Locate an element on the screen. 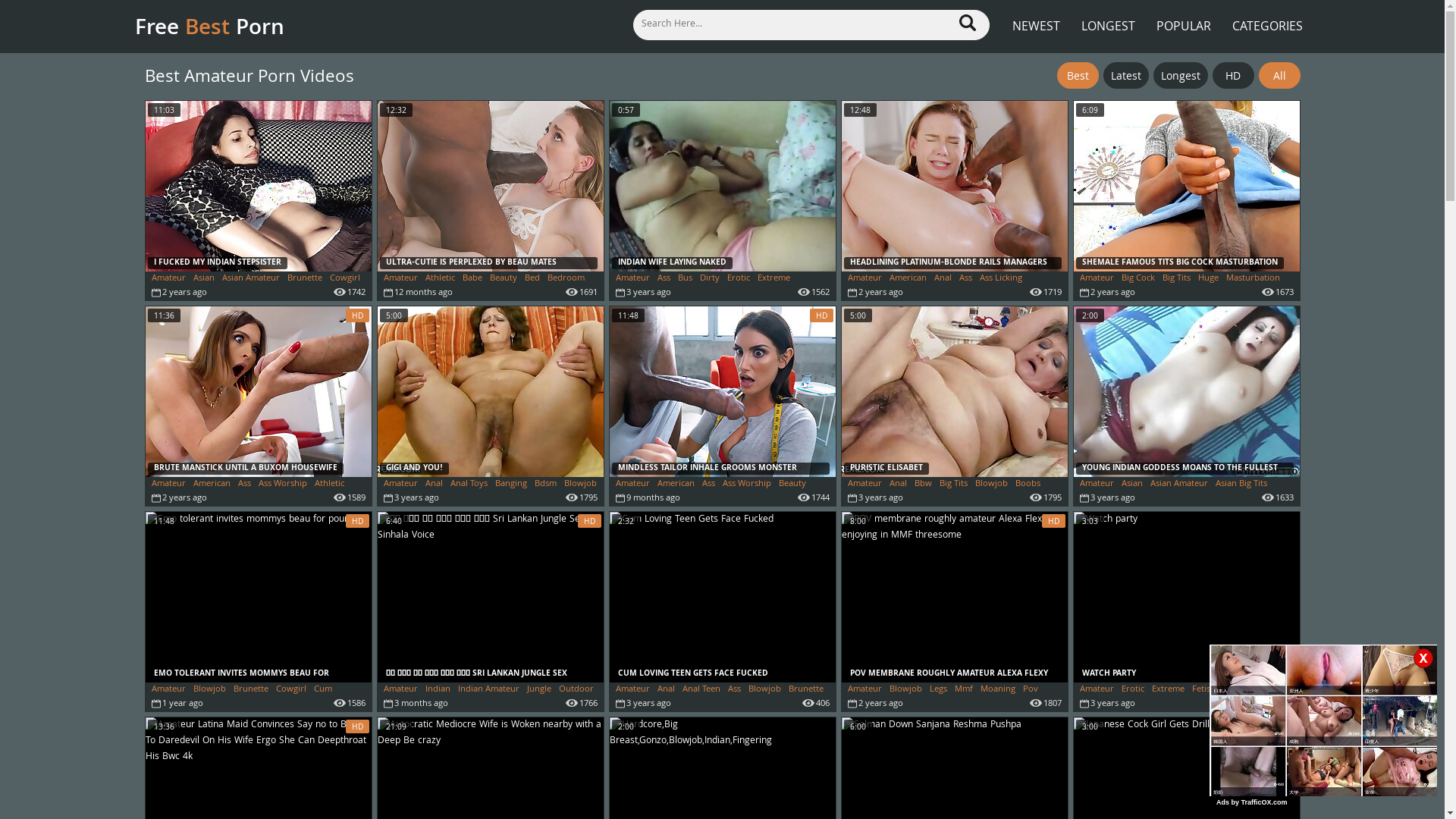 Image resolution: width=1456 pixels, height=819 pixels. 'Blowjob' is located at coordinates (579, 484).